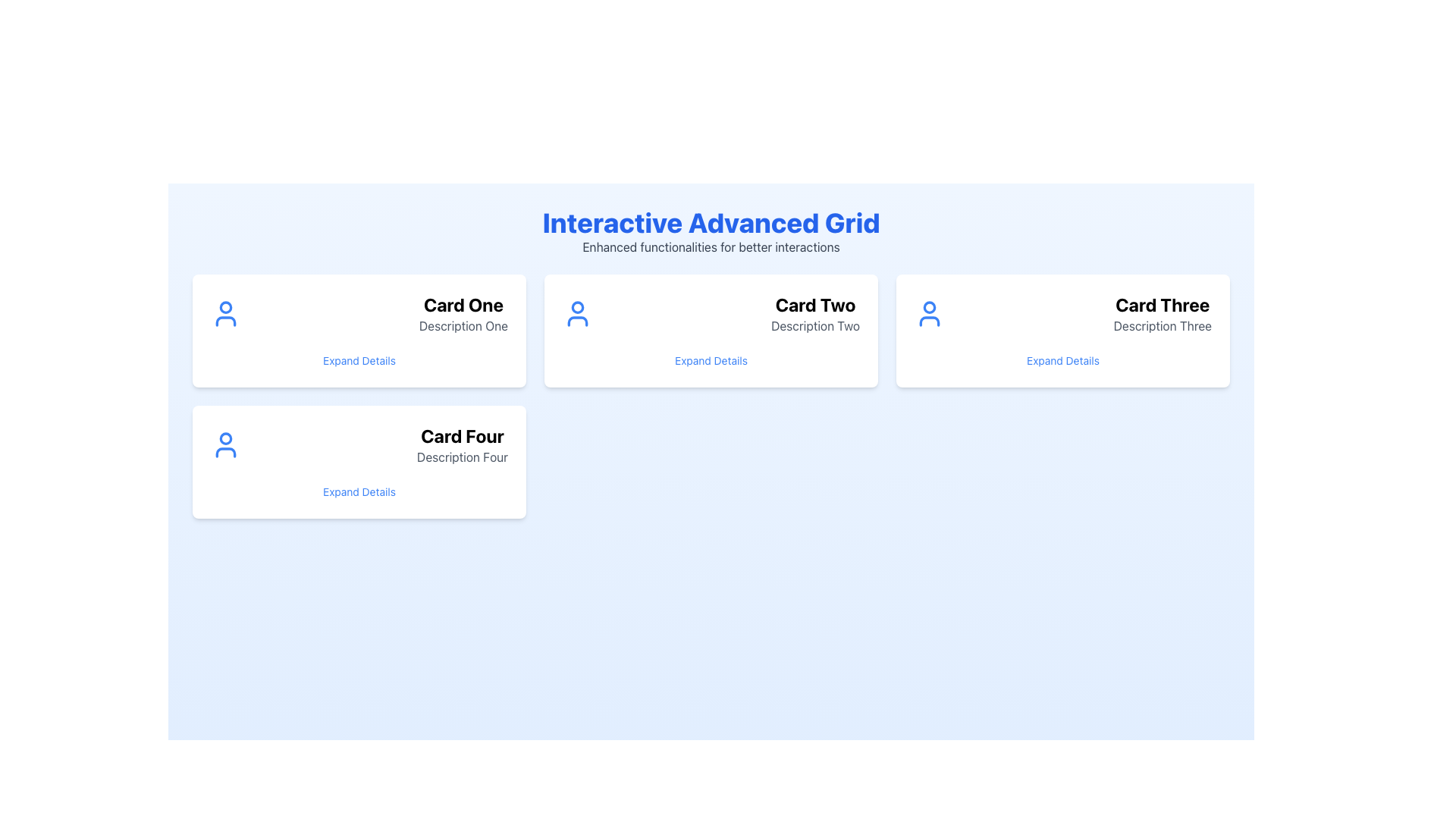 This screenshot has height=819, width=1456. I want to click on text block titled 'Card One' with subtitle 'Description One' located in the top-left card of the grid layout, so click(463, 312).